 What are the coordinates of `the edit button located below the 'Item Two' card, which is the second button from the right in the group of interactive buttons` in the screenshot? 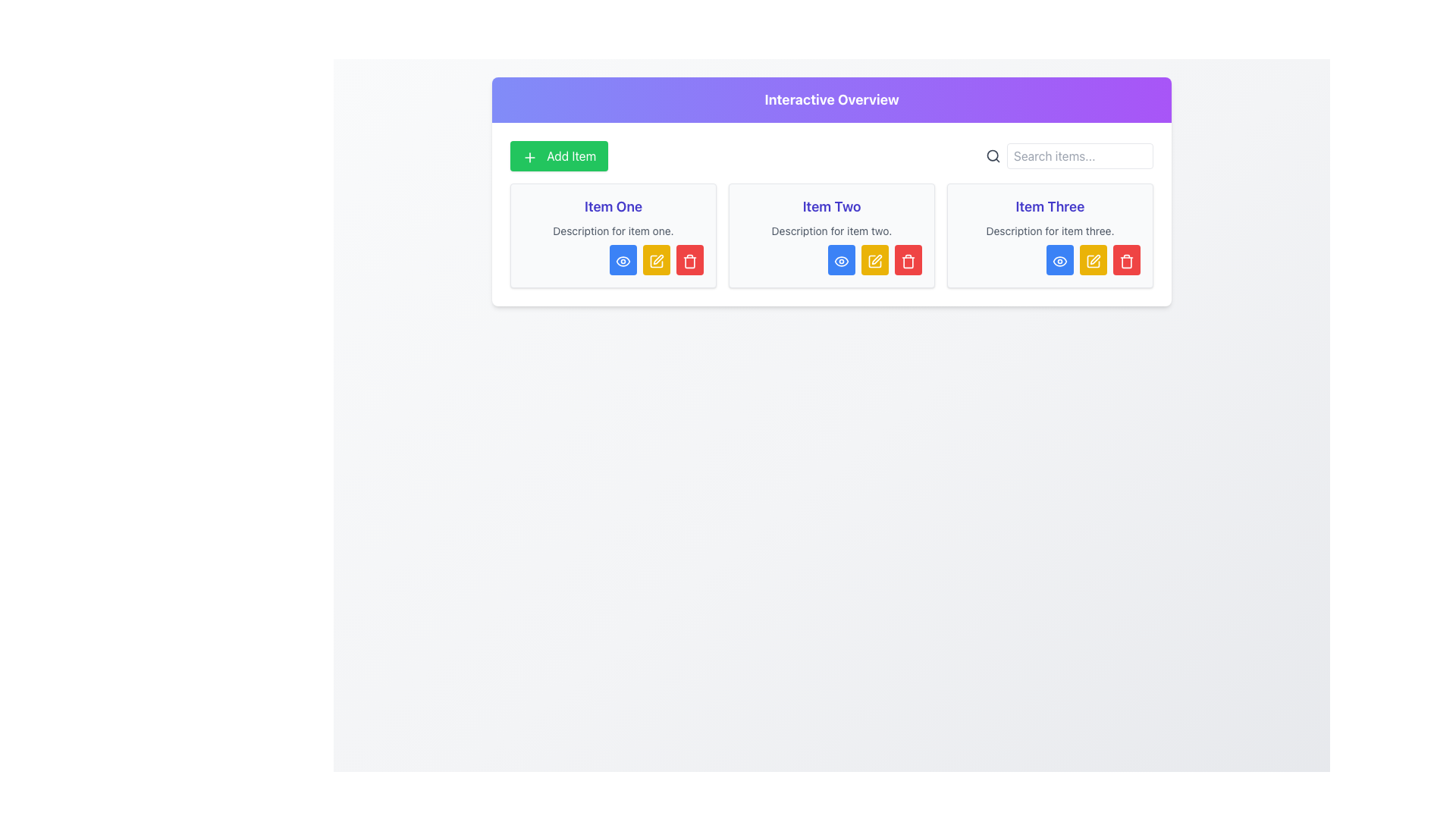 It's located at (874, 259).